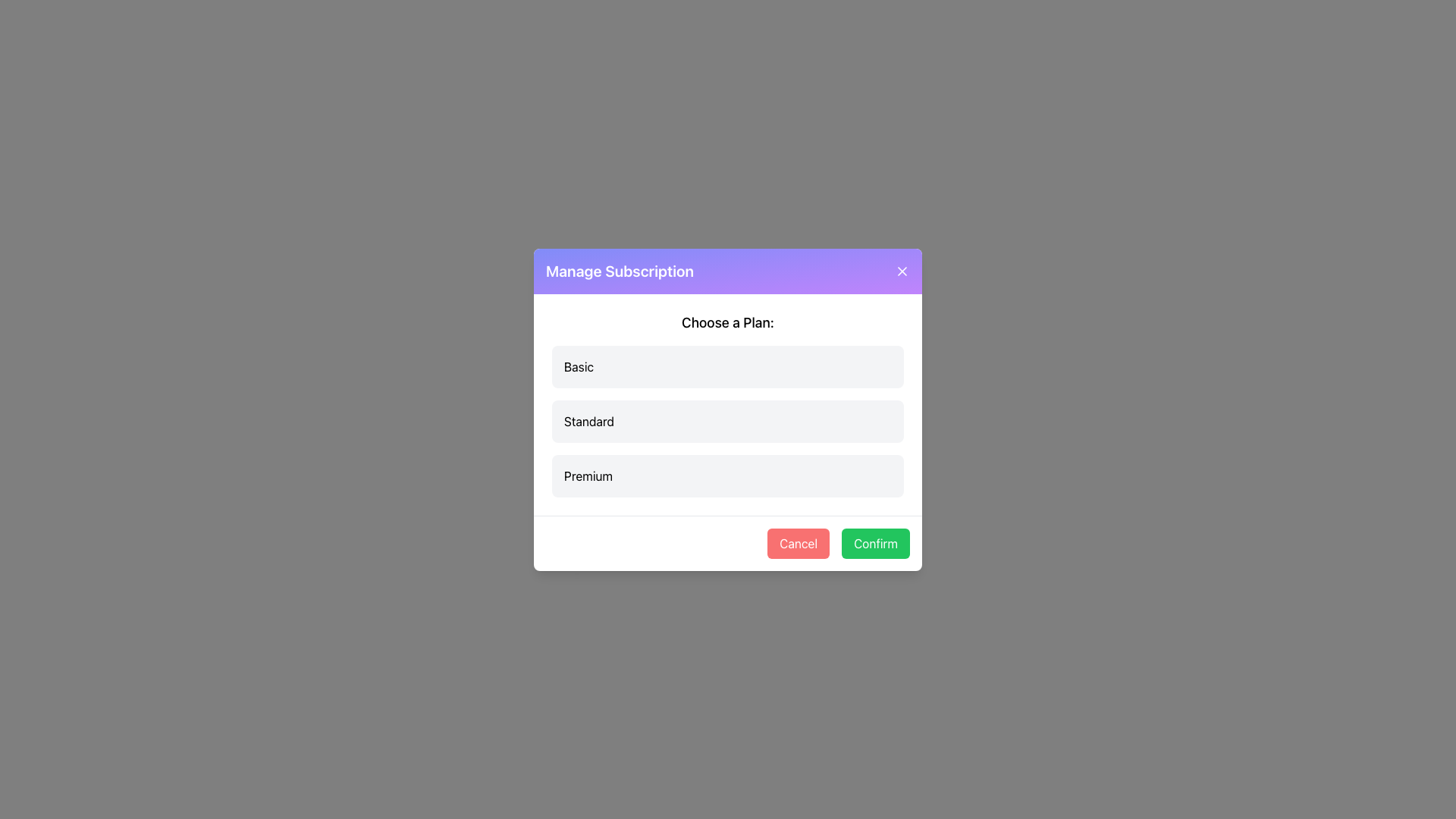 The width and height of the screenshot is (1456, 819). What do you see at coordinates (728, 409) in the screenshot?
I see `the subscription options in the 'Manage Subscription' modal dialog, which includes 'Basic,' 'Standard,' and 'Premium' plans` at bounding box center [728, 409].